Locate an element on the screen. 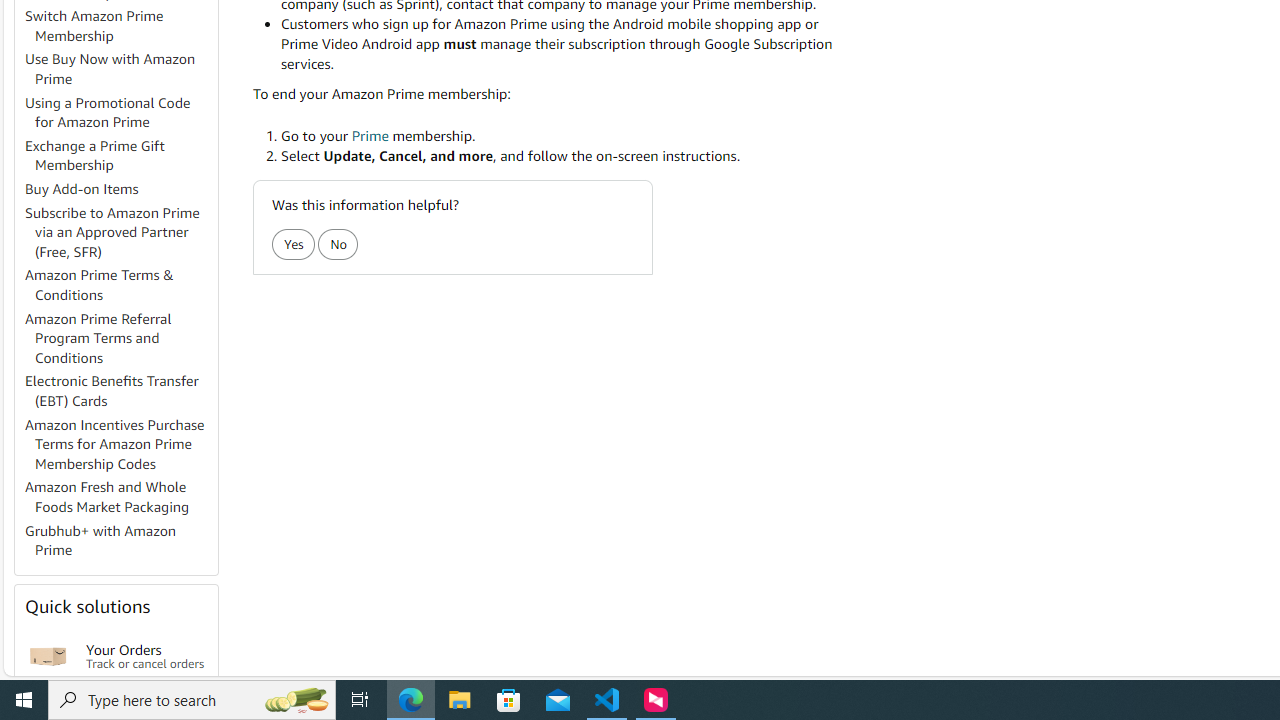 The width and height of the screenshot is (1280, 720). 'Buy Add-on Items' is located at coordinates (81, 189).